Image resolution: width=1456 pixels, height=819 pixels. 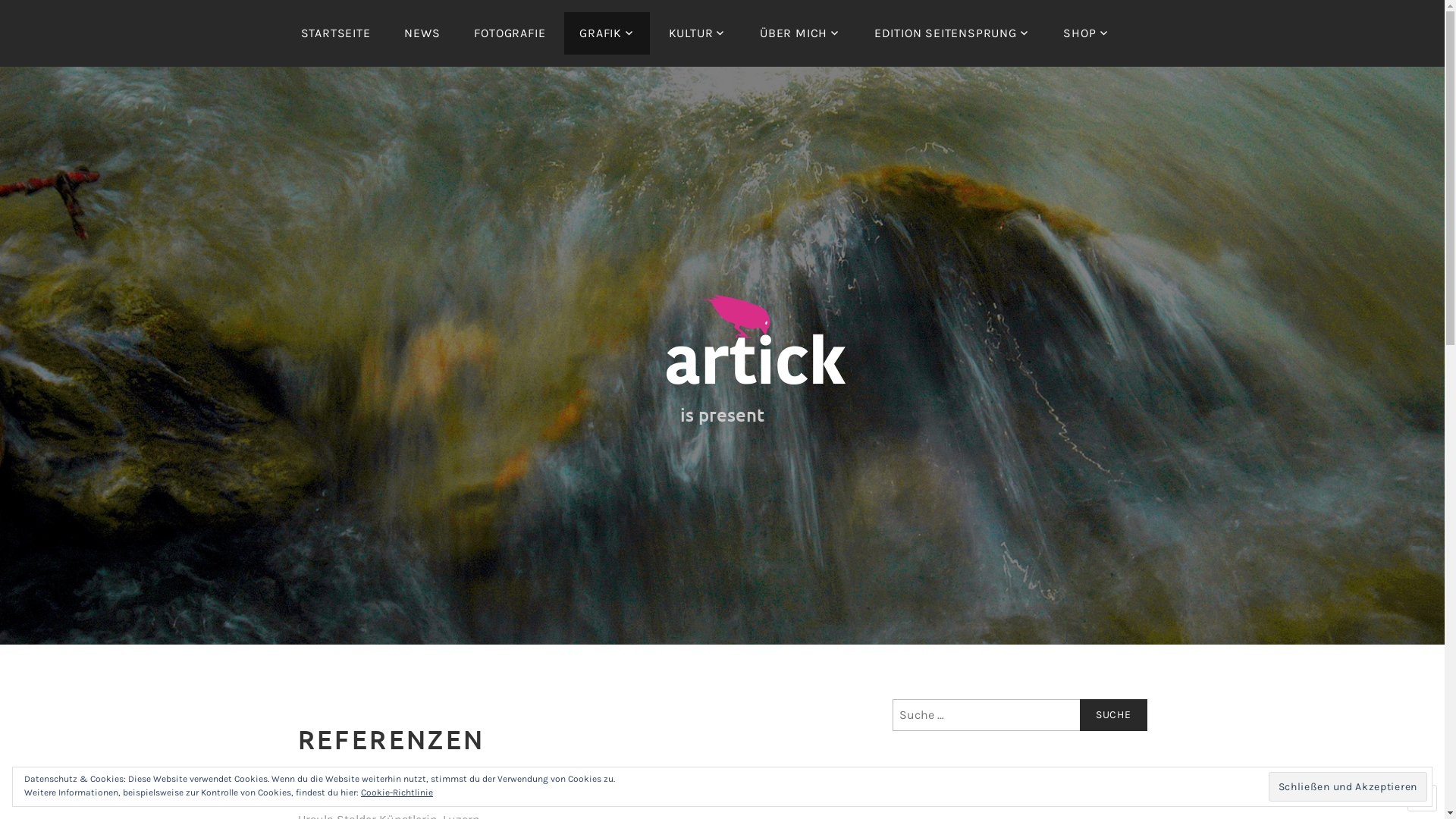 What do you see at coordinates (1084, 33) in the screenshot?
I see `'SHOP'` at bounding box center [1084, 33].